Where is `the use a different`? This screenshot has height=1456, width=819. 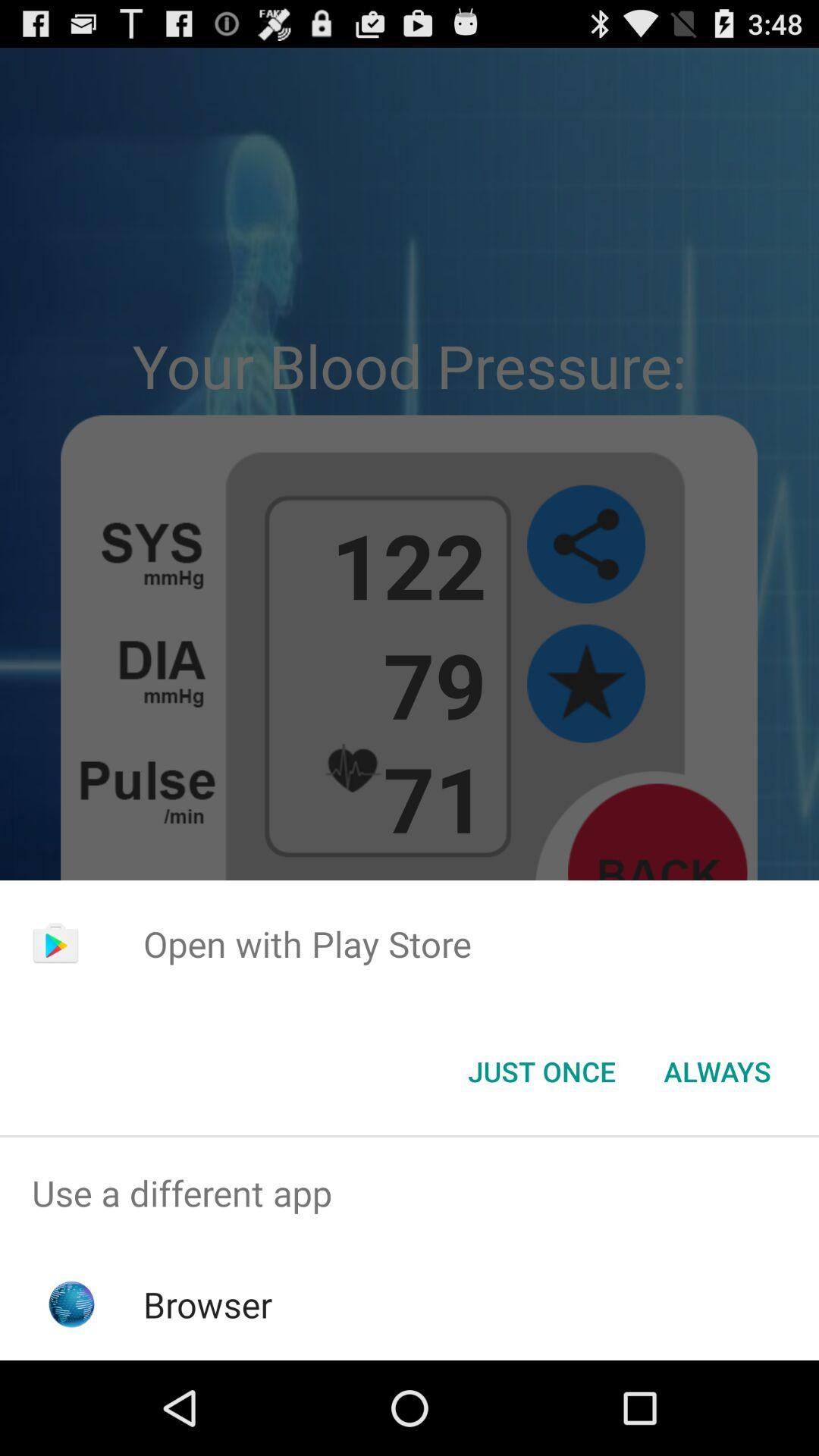 the use a different is located at coordinates (409, 1192).